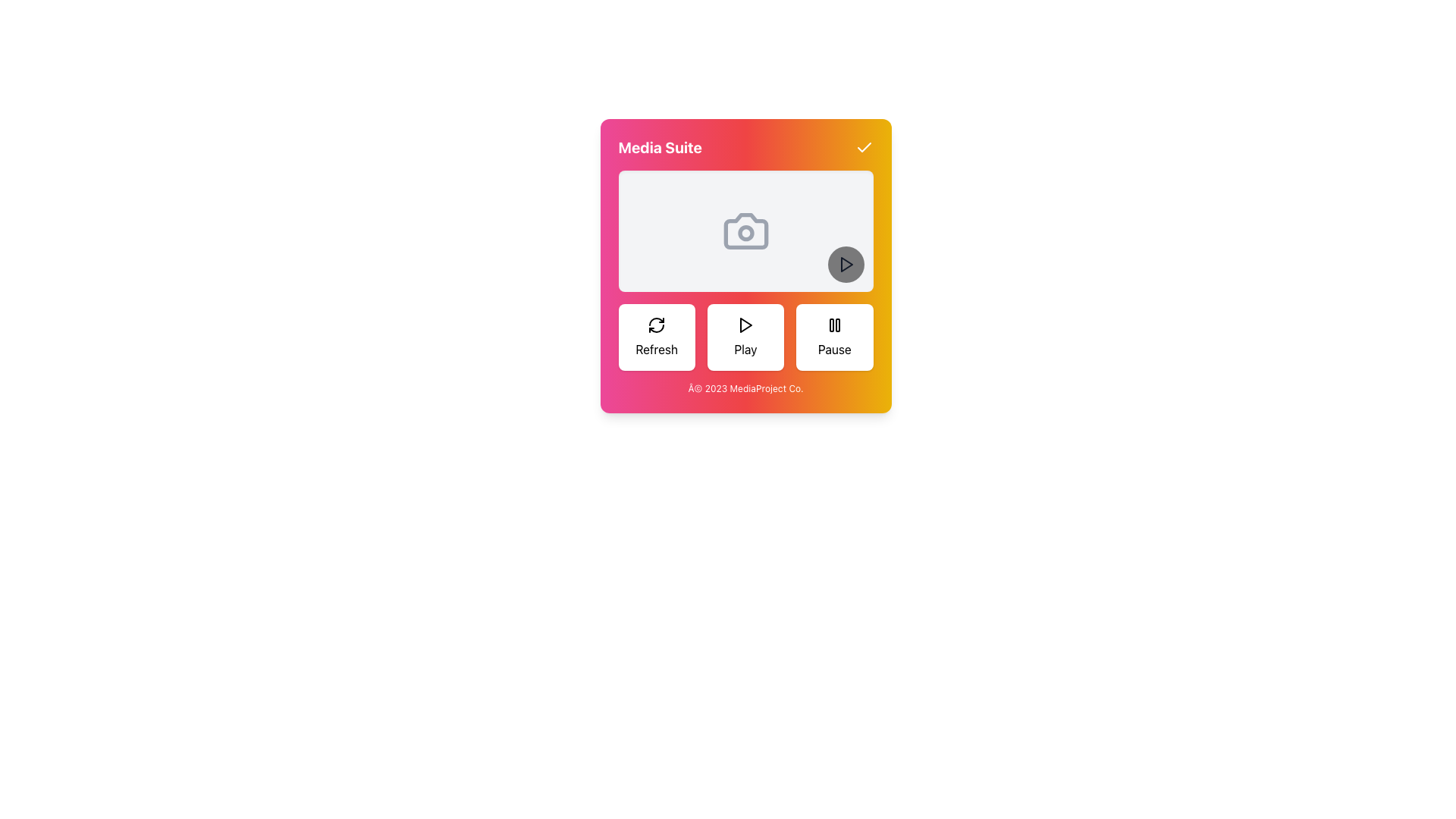 The height and width of the screenshot is (819, 1456). Describe the element at coordinates (833, 336) in the screenshot. I see `the 'Pause' button, which is the third button in a horizontal row of control buttons under the media interface` at that location.